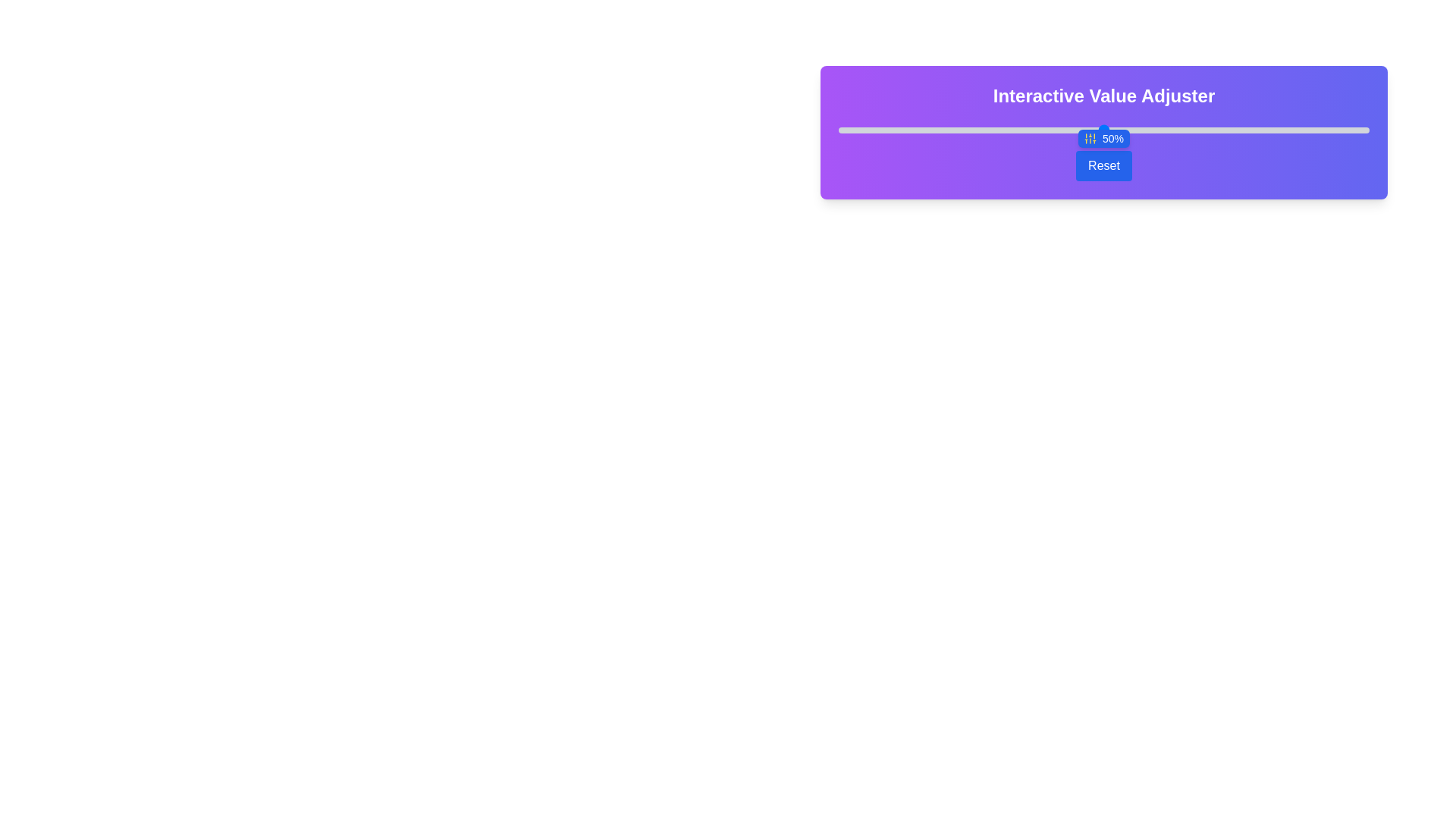 The height and width of the screenshot is (819, 1456). What do you see at coordinates (1199, 130) in the screenshot?
I see `the slider value` at bounding box center [1199, 130].